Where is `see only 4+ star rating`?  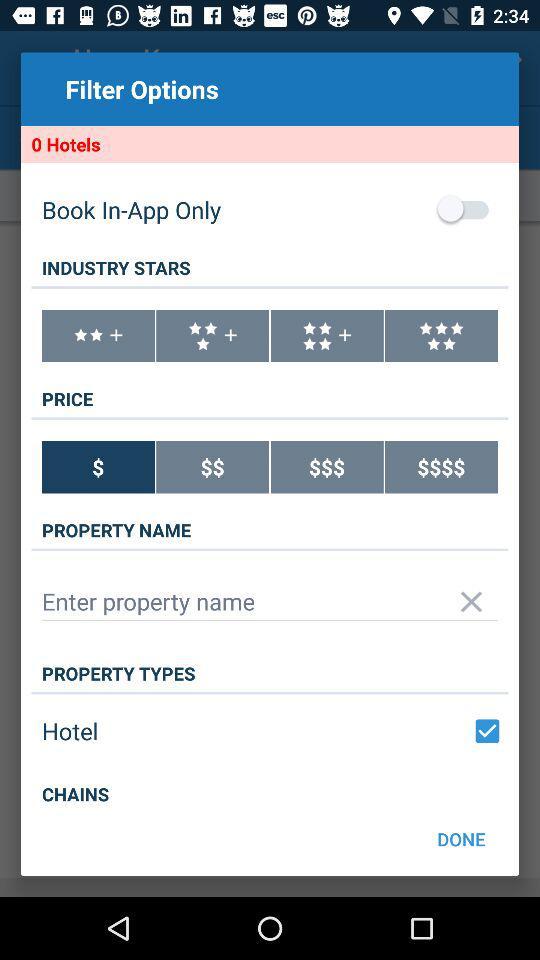 see only 4+ star rating is located at coordinates (327, 336).